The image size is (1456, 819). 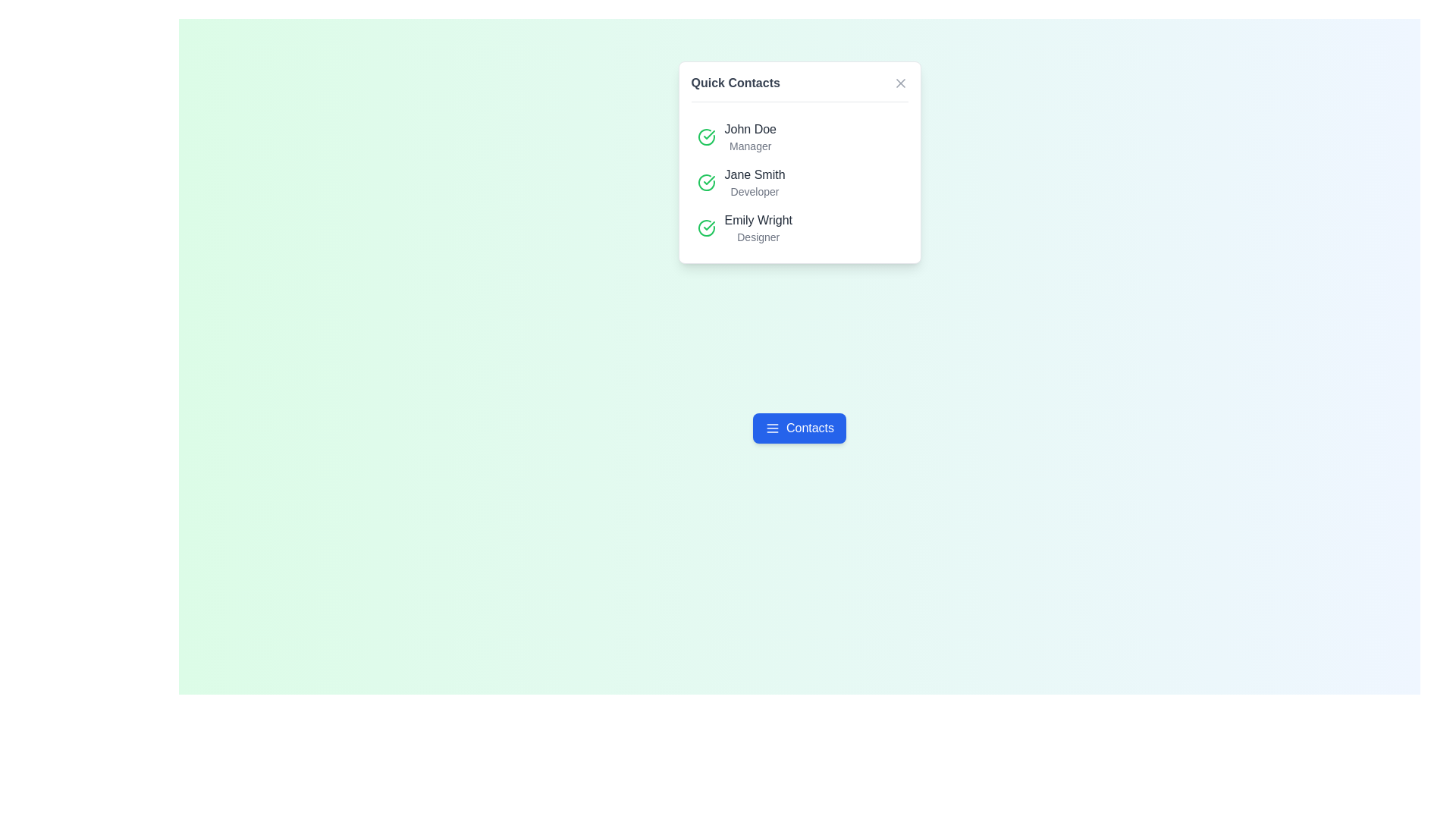 I want to click on the second list item, so click(x=799, y=181).